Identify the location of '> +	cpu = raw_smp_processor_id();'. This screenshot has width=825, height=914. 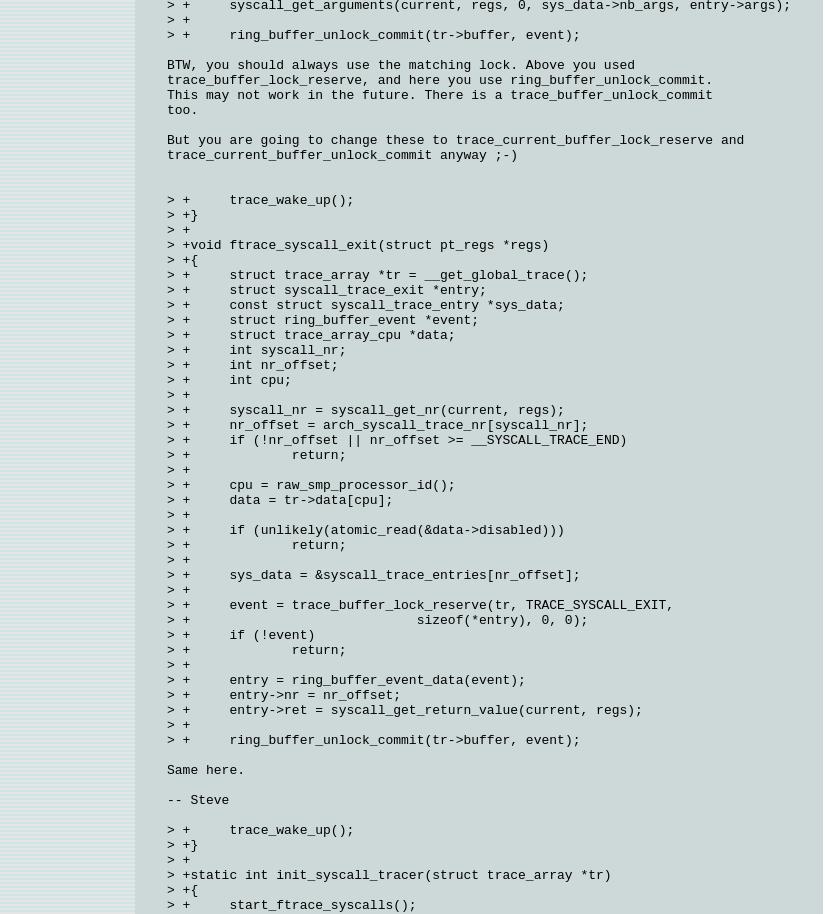
(166, 485).